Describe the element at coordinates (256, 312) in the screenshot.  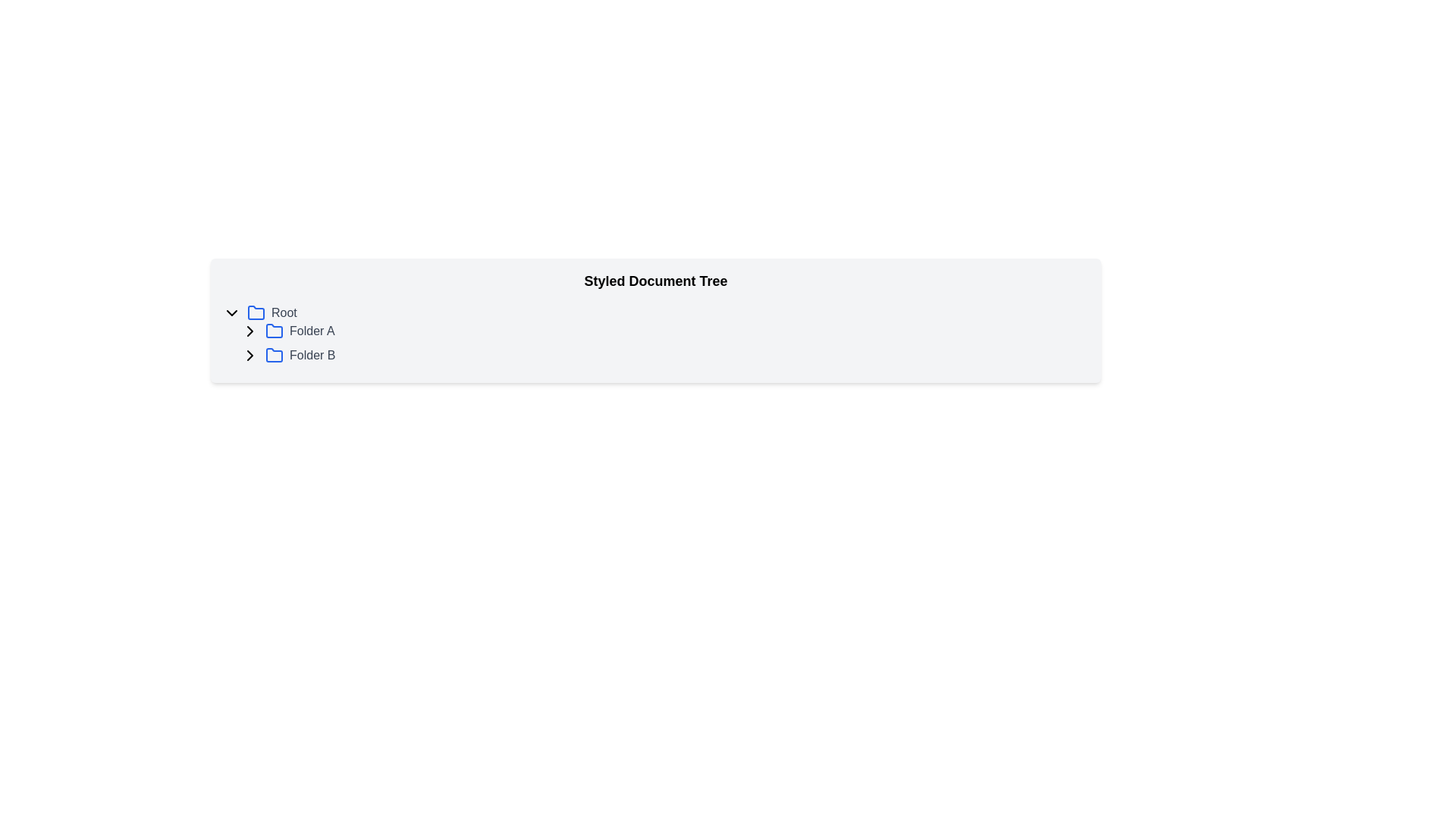
I see `the folder icon with a blue stroke color located next to the 'Root' label` at that location.